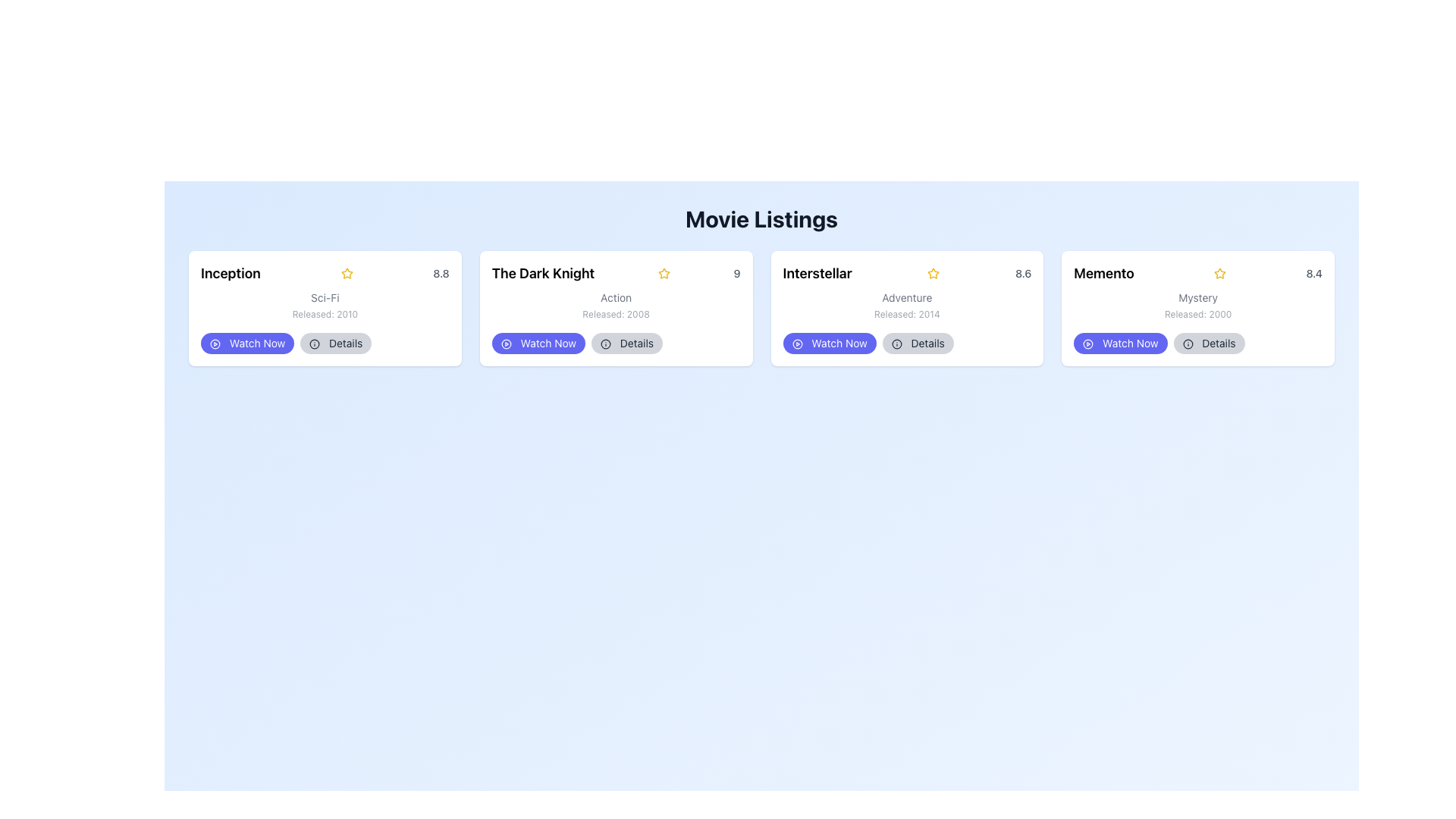 The width and height of the screenshot is (1456, 819). Describe the element at coordinates (506, 344) in the screenshot. I see `the circular 'play' icon located on the left-hand side of the 'Watch Now' button for 'The Dark Knight' to interact with its functionality` at that location.